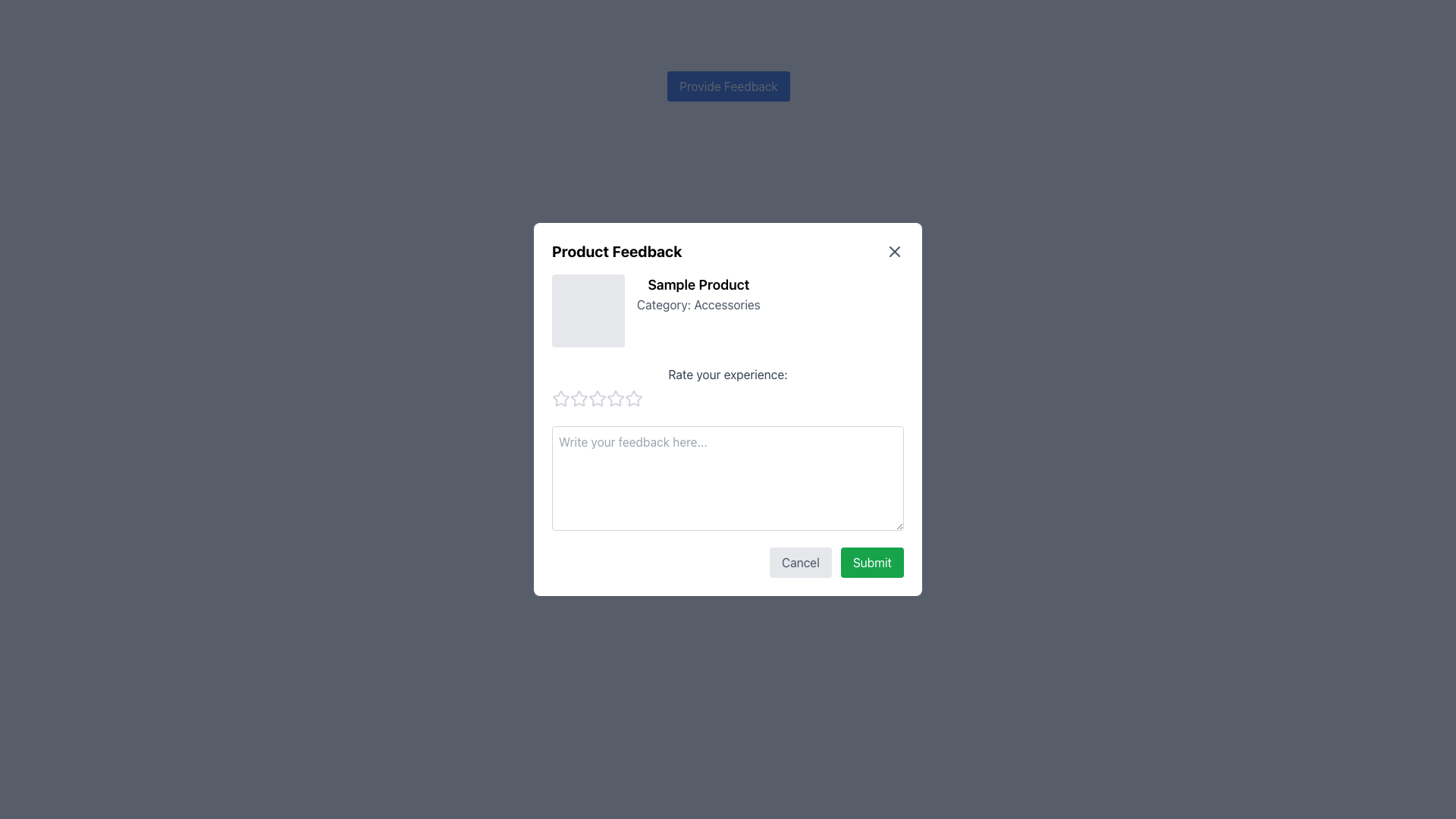 This screenshot has width=1456, height=819. Describe the element at coordinates (560, 397) in the screenshot. I see `the leftmost star-shaped icon to rate your experience, which is part of a row of interactive rating stars beneath the 'Rate your experience' label` at that location.